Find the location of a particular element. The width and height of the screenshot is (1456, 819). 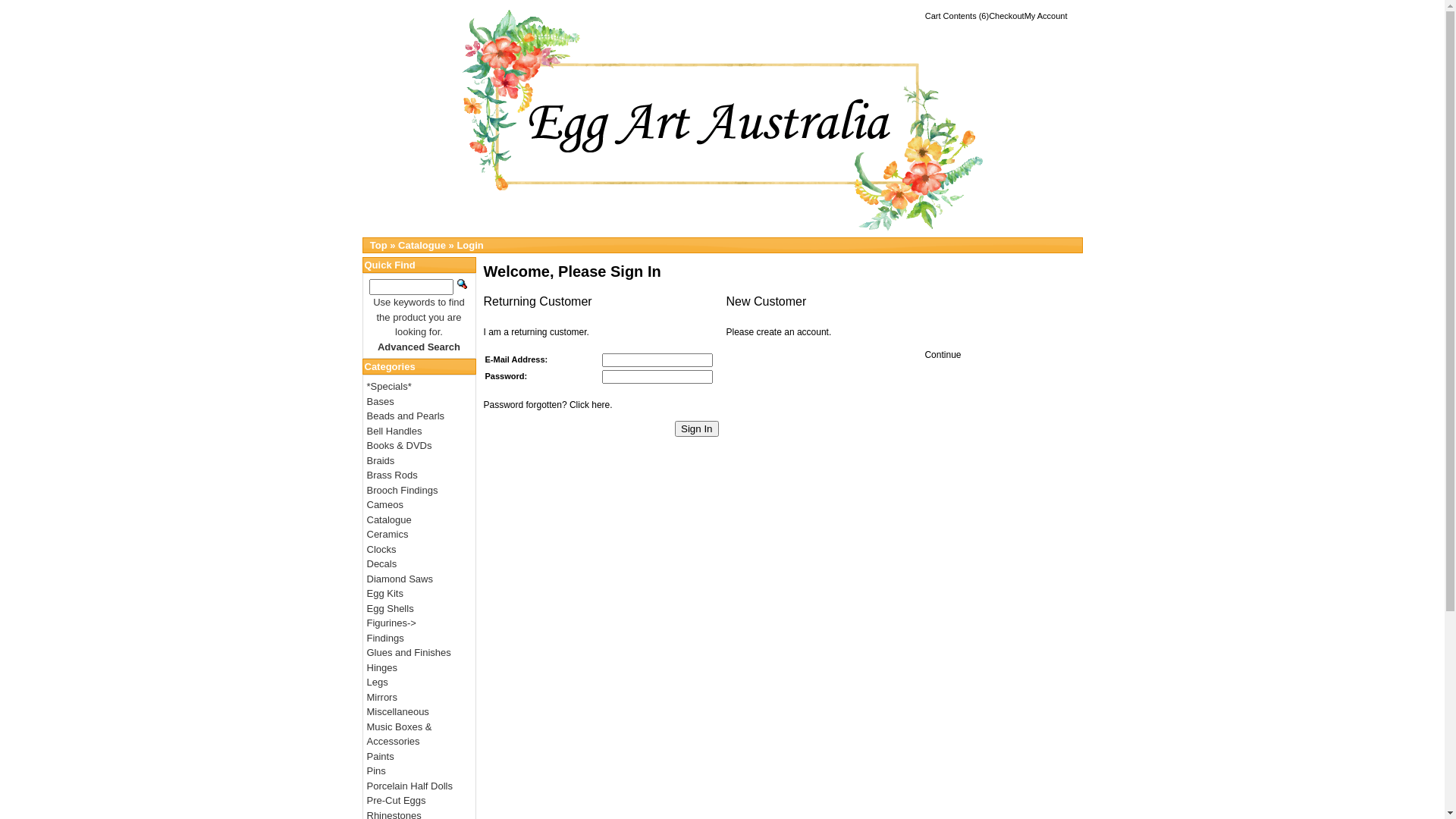

'Books & DVDs' is located at coordinates (400, 444).